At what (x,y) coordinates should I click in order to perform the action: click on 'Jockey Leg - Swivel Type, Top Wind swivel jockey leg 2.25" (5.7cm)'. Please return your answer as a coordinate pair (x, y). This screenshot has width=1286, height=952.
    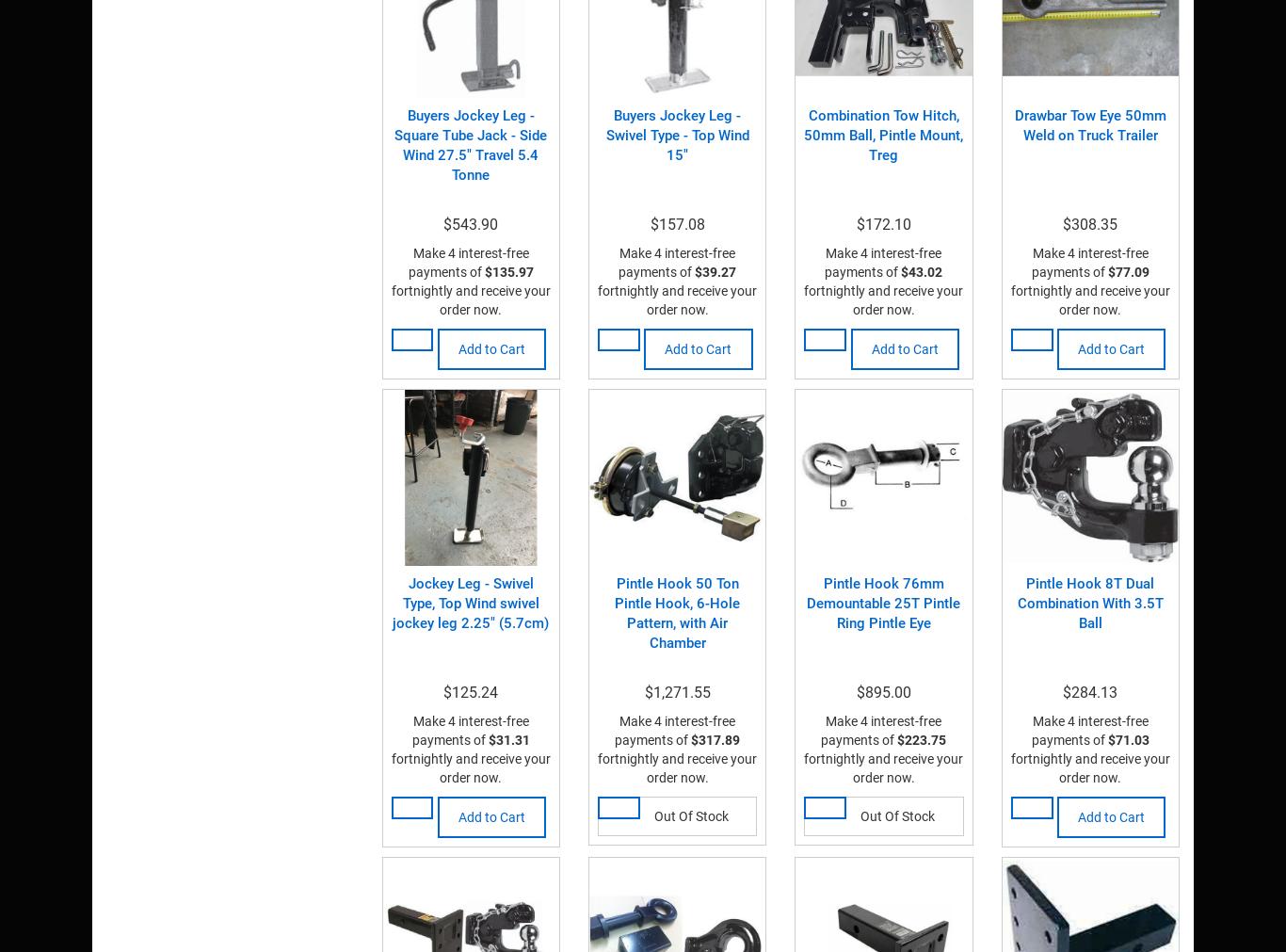
    Looking at the image, I should click on (470, 603).